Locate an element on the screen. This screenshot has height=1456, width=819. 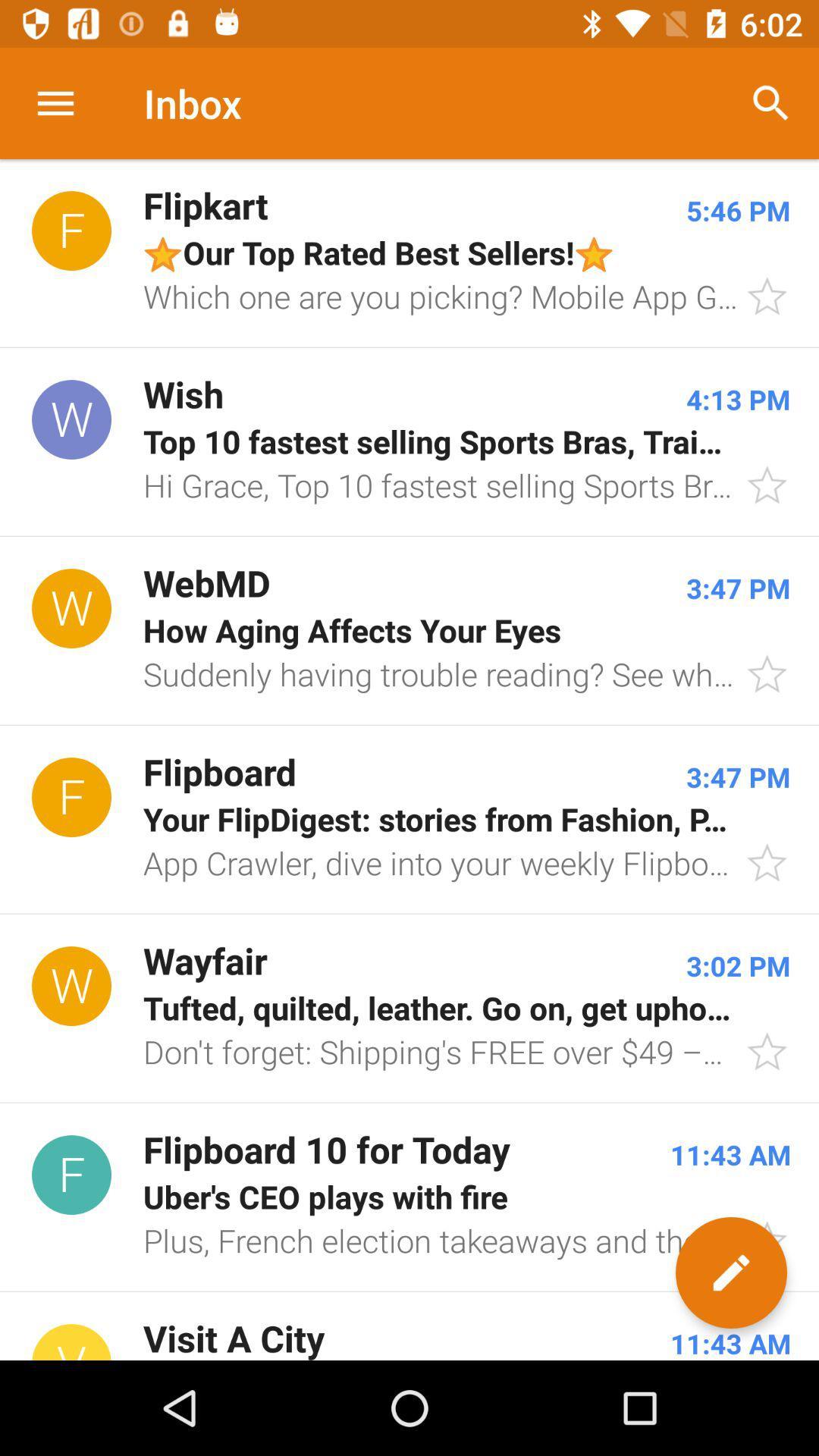
the icon at the top right corner is located at coordinates (771, 102).